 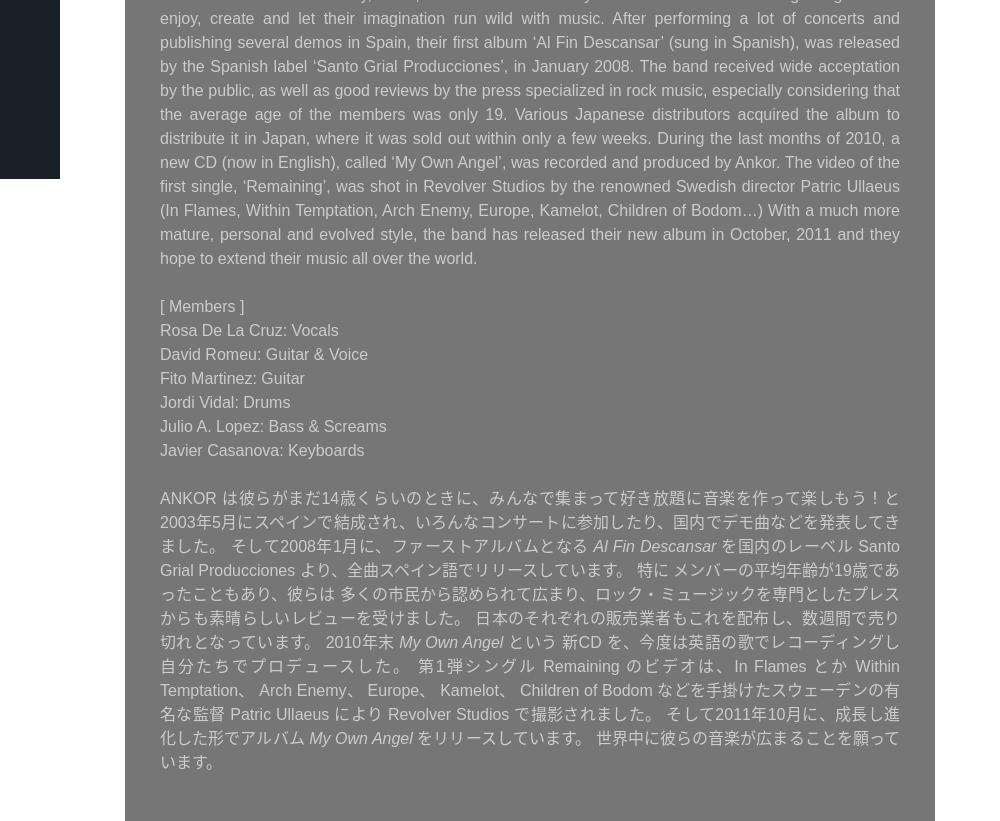 What do you see at coordinates (264, 354) in the screenshot?
I see `'David Romeu: Guitar & Voice'` at bounding box center [264, 354].